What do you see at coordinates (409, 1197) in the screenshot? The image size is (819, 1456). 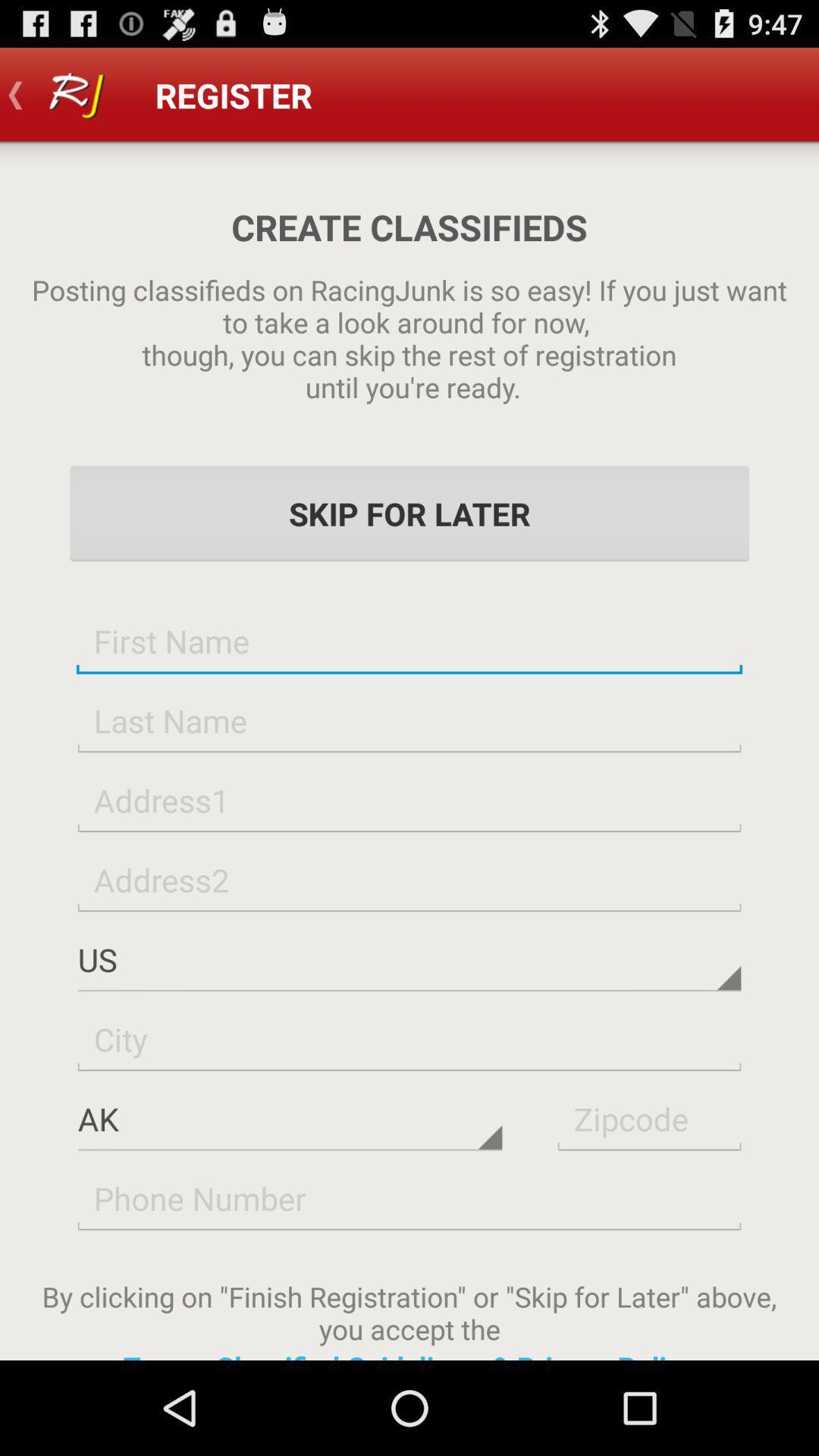 I see `phone number` at bounding box center [409, 1197].